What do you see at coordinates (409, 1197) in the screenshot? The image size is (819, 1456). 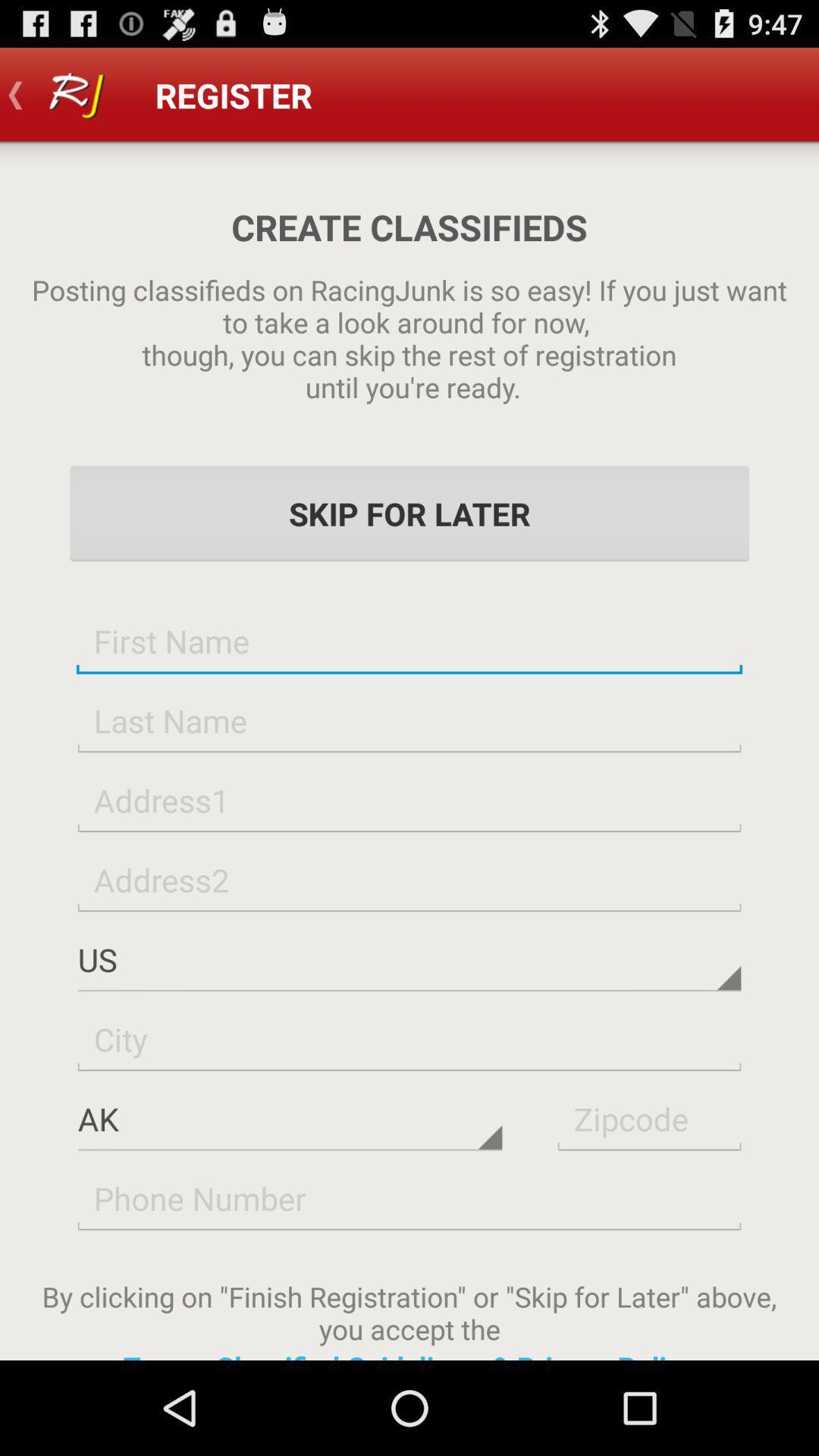 I see `phone number` at bounding box center [409, 1197].